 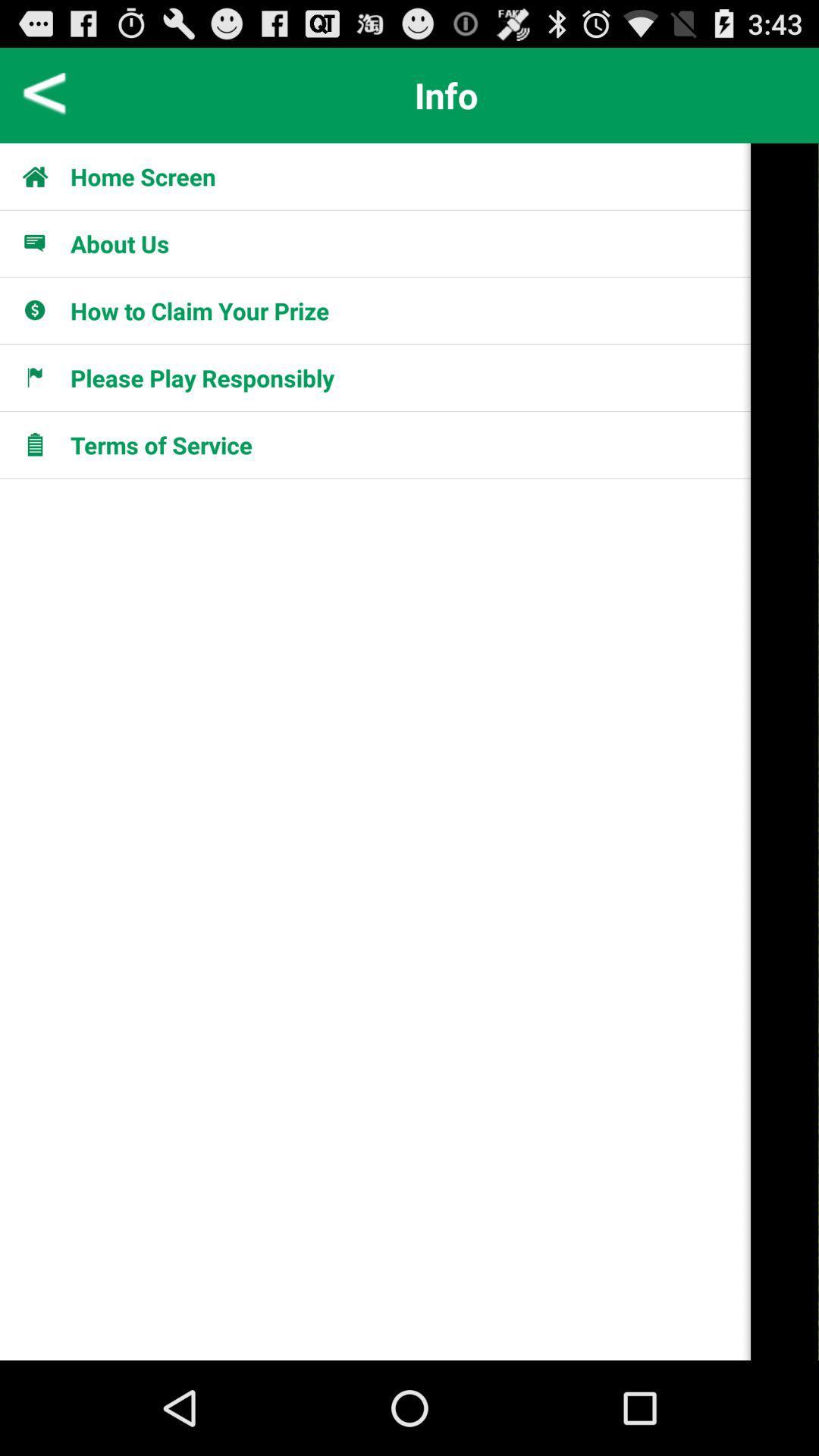 What do you see at coordinates (42, 243) in the screenshot?
I see `about us icon` at bounding box center [42, 243].